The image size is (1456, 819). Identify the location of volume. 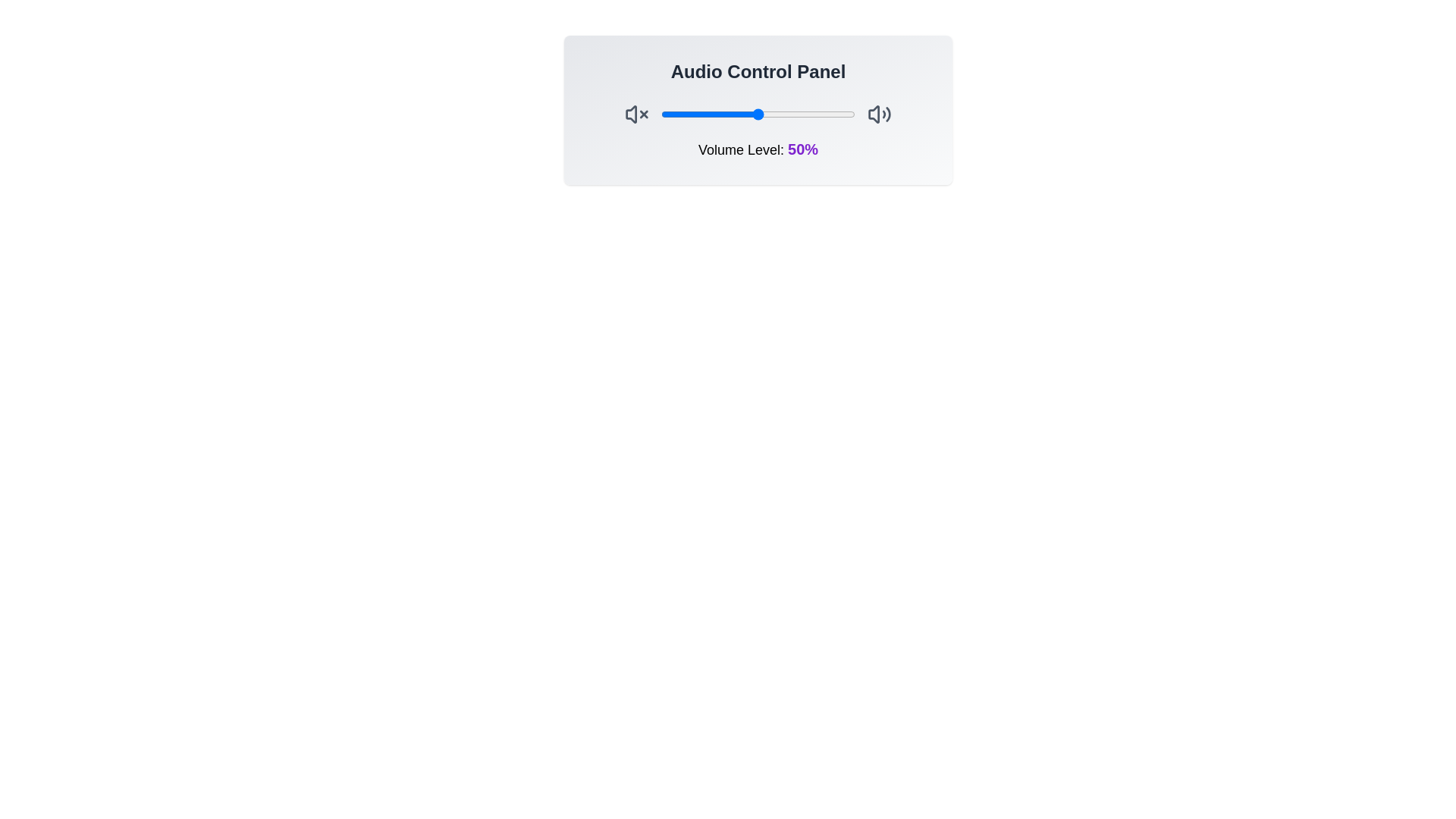
(748, 113).